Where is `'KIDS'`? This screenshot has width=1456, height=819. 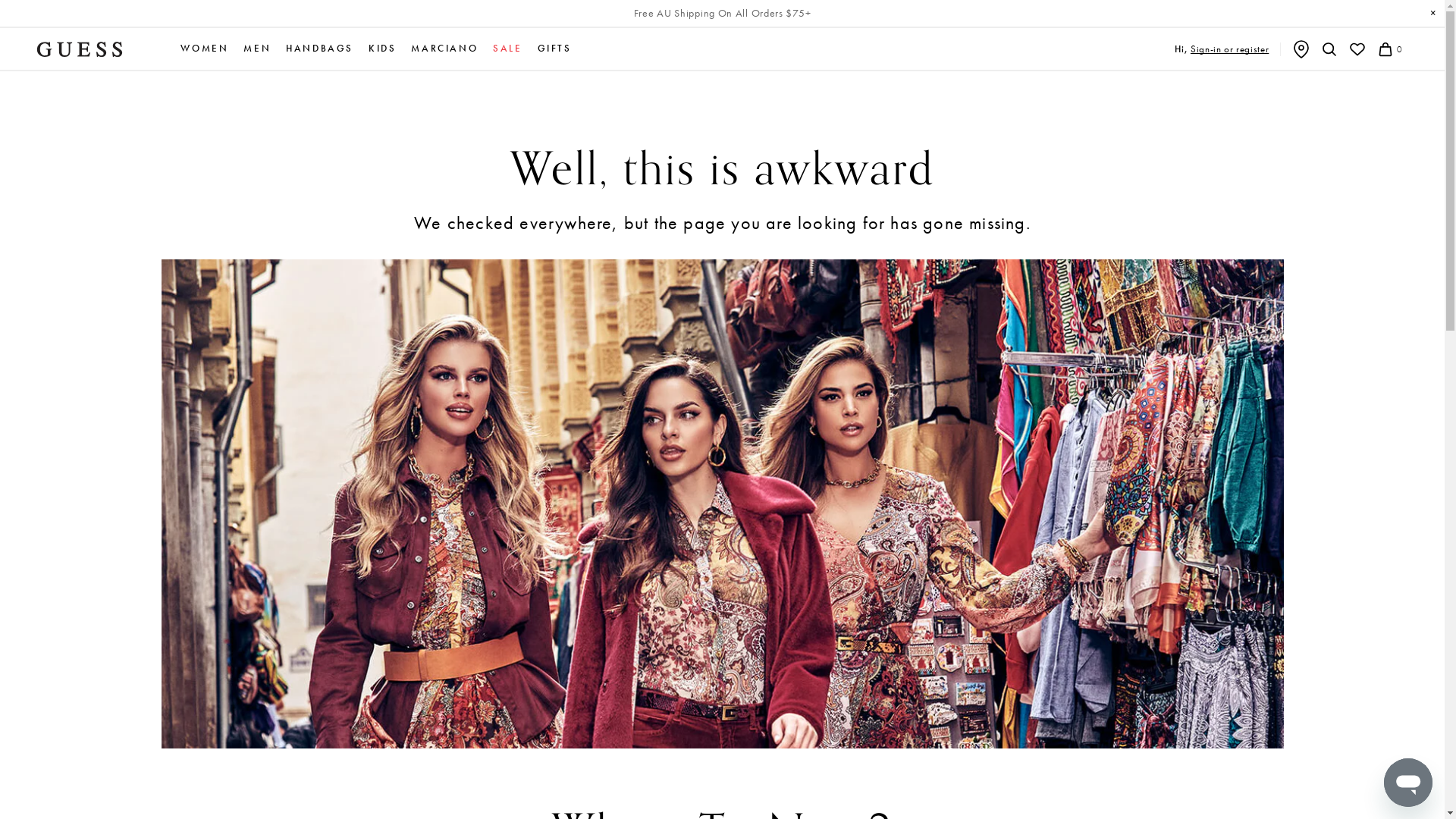
'KIDS' is located at coordinates (368, 48).